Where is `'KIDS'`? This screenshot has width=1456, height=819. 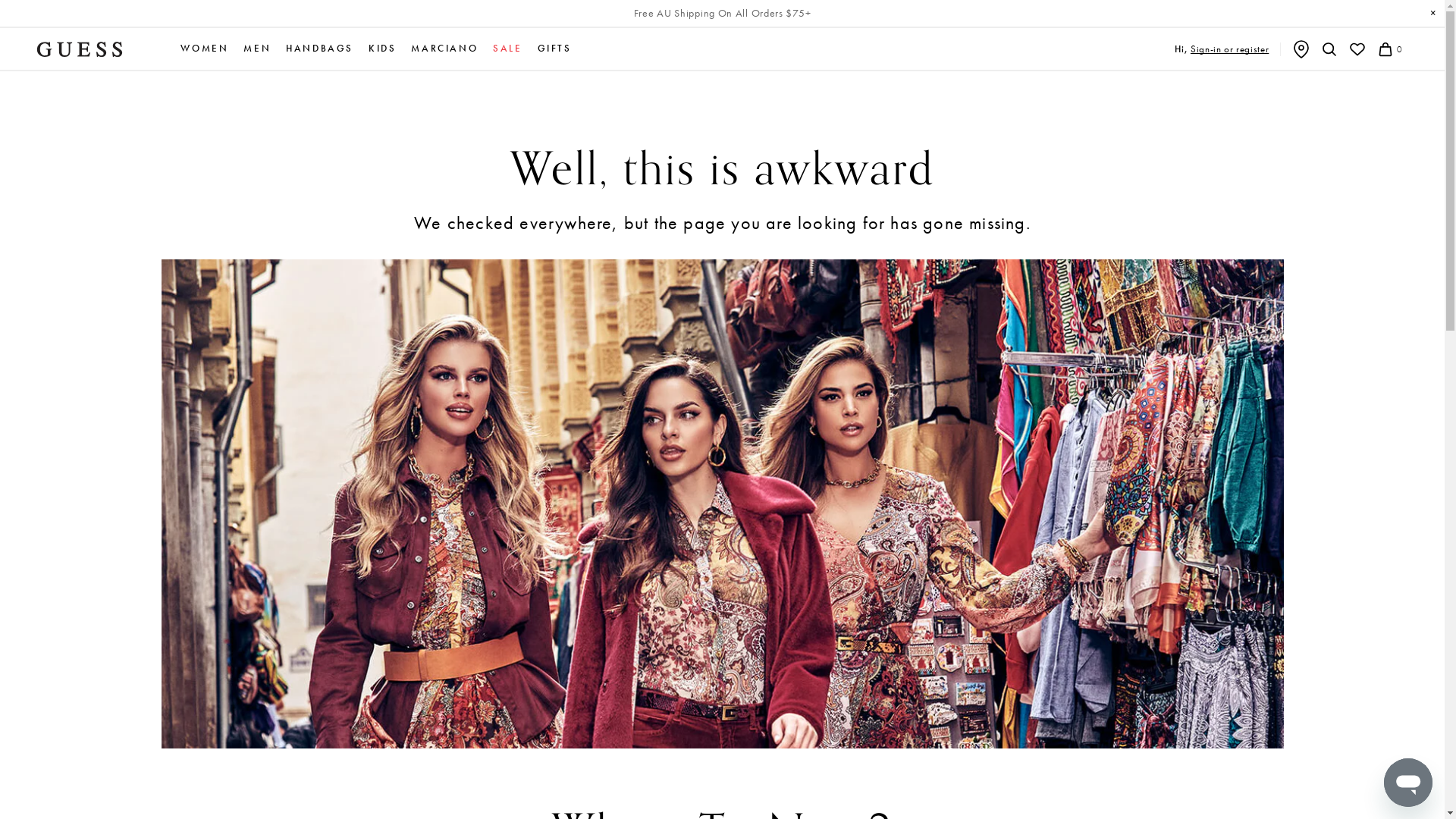
'KIDS' is located at coordinates (368, 48).